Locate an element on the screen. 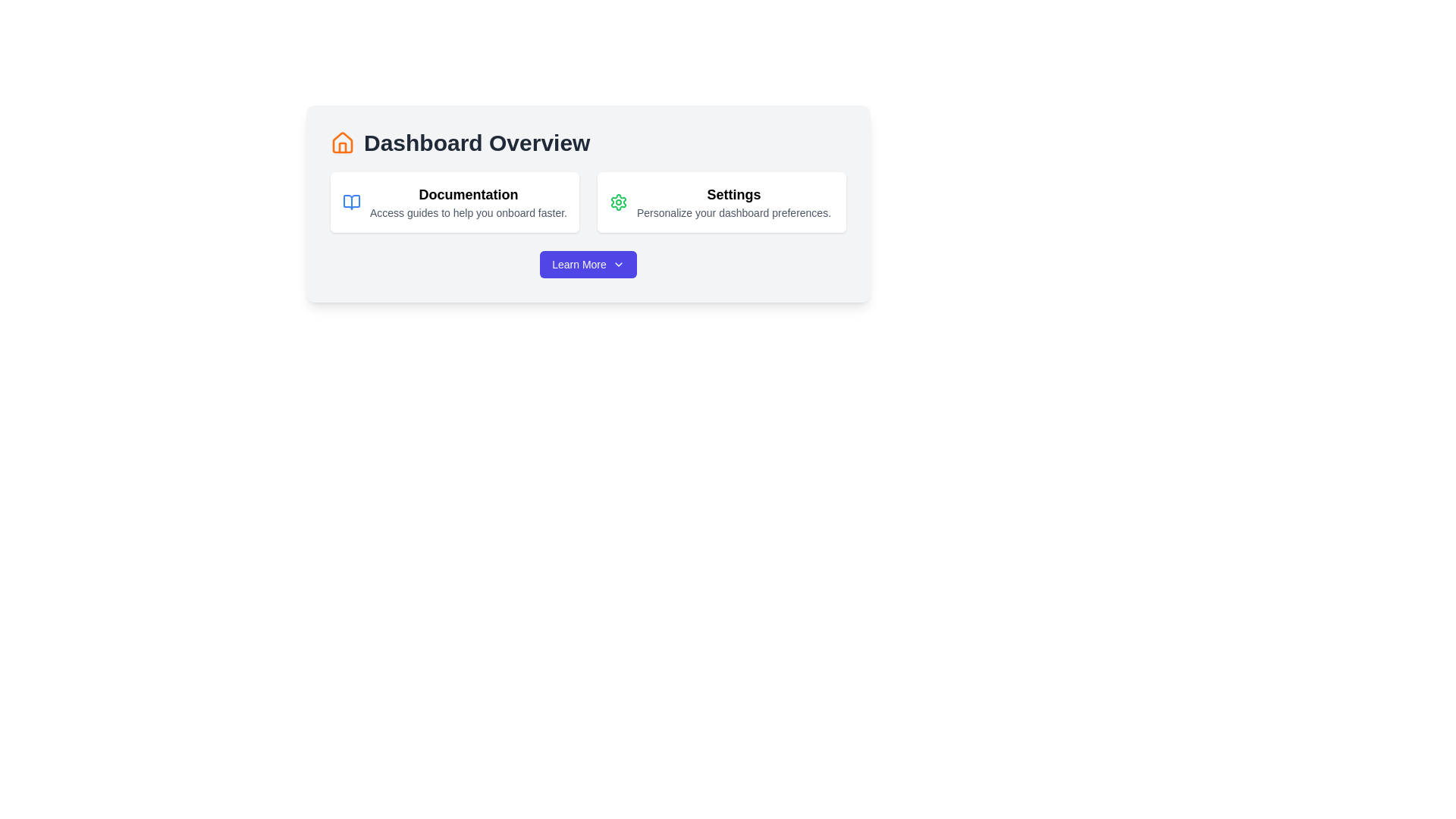 This screenshot has height=819, width=1456. the icon located to the right of the 'Learn More' text within the button to observe any interactive effects is located at coordinates (618, 263).